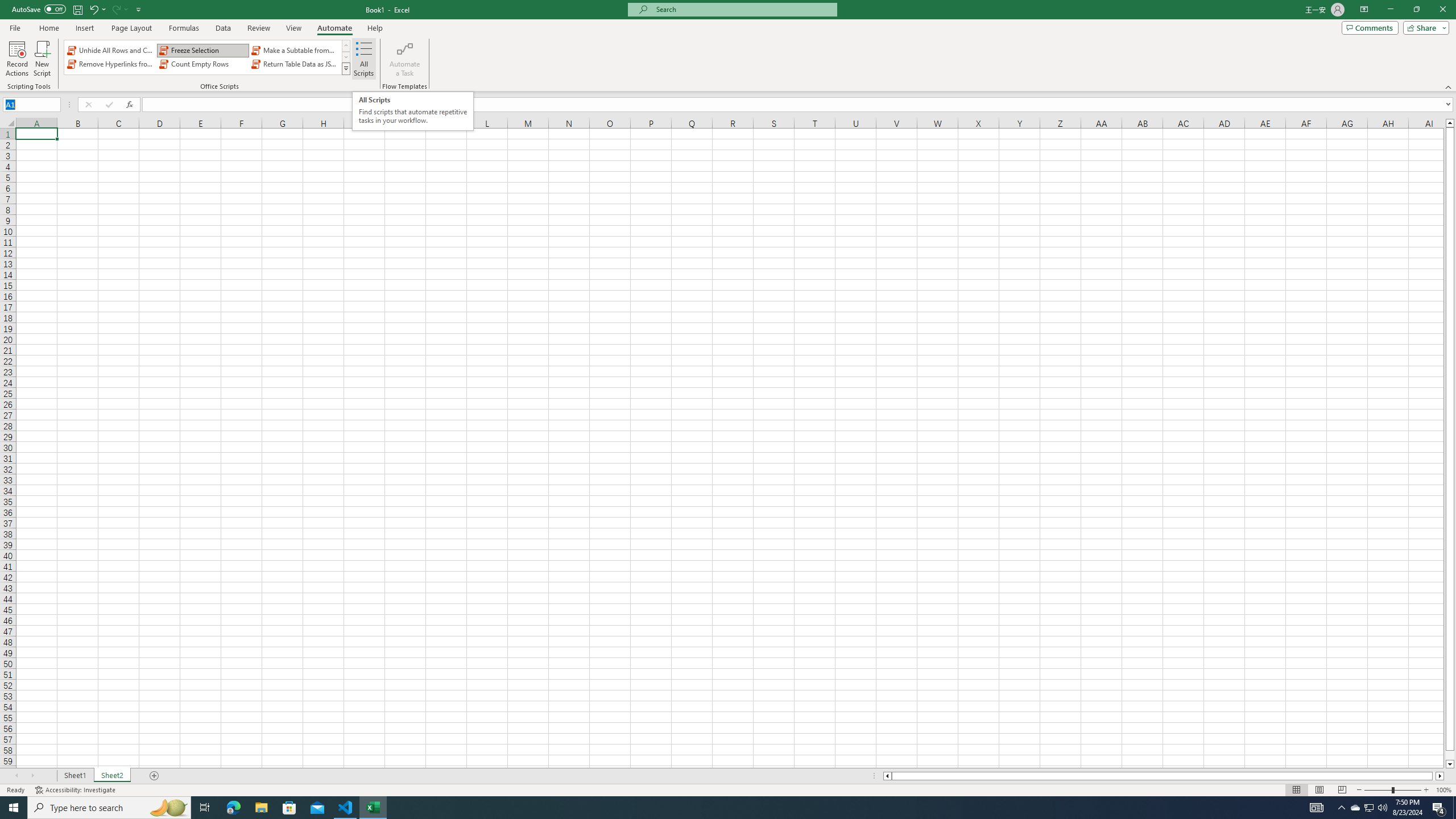  I want to click on 'Insert', so click(84, 28).